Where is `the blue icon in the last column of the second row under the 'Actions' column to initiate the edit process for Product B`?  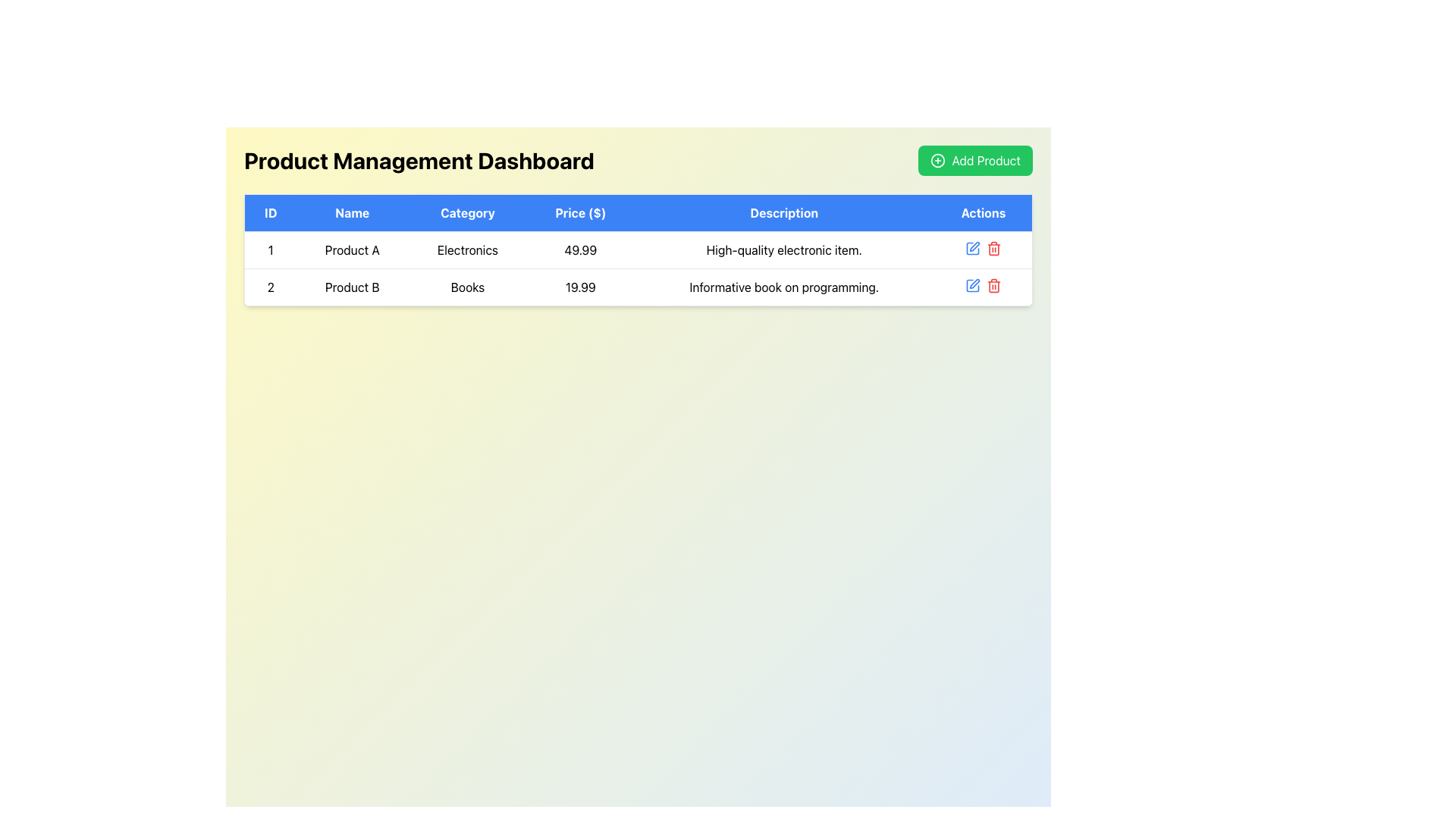 the blue icon in the last column of the second row under the 'Actions' column to initiate the edit process for Product B is located at coordinates (983, 286).